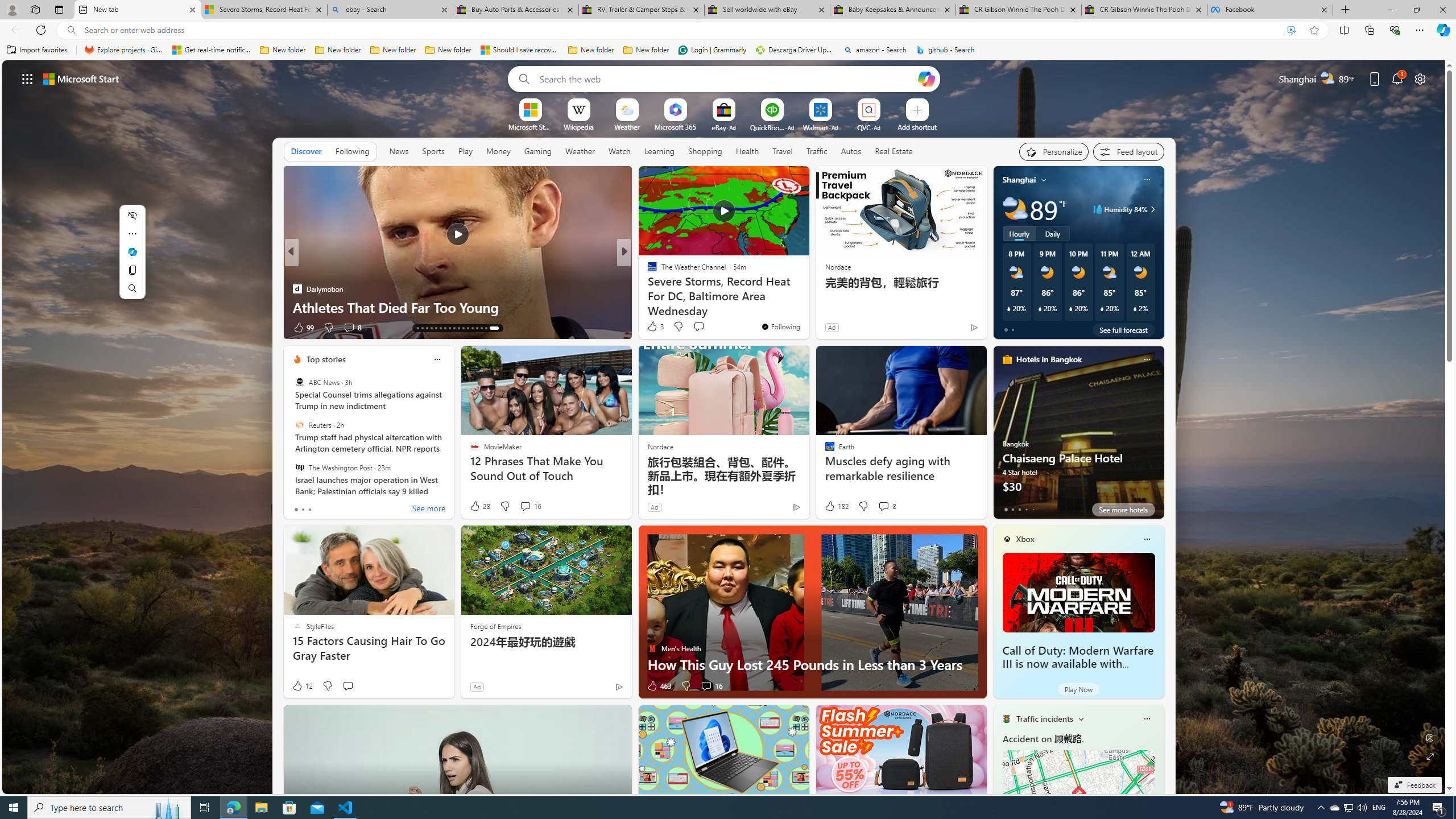  What do you see at coordinates (780, 326) in the screenshot?
I see `'You'` at bounding box center [780, 326].